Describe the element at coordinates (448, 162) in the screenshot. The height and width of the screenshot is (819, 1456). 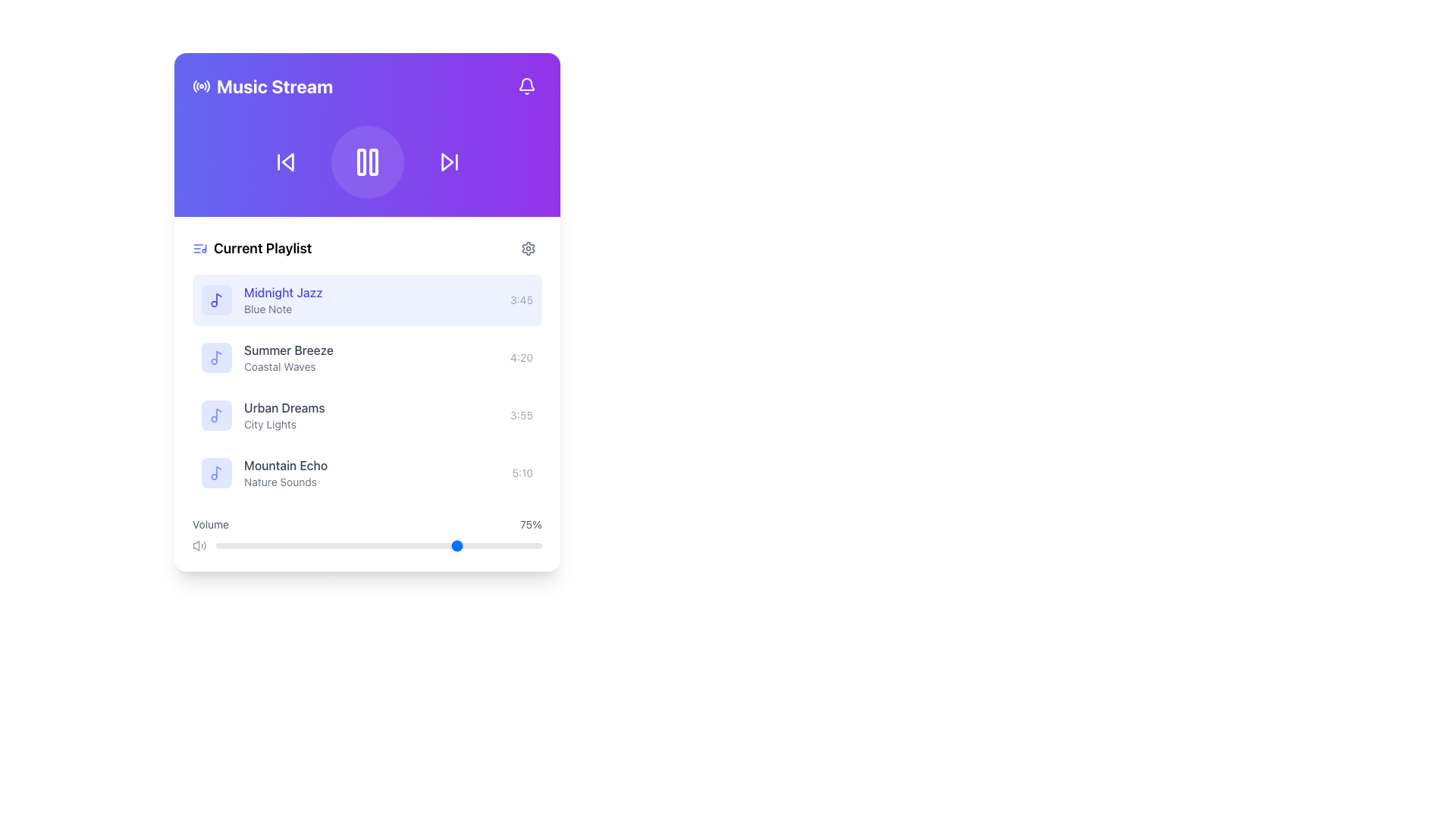
I see `the circular button with a purple background and white forward arrow icon, located at the rightmost position in the horizontal group of three buttons for additional options` at that location.